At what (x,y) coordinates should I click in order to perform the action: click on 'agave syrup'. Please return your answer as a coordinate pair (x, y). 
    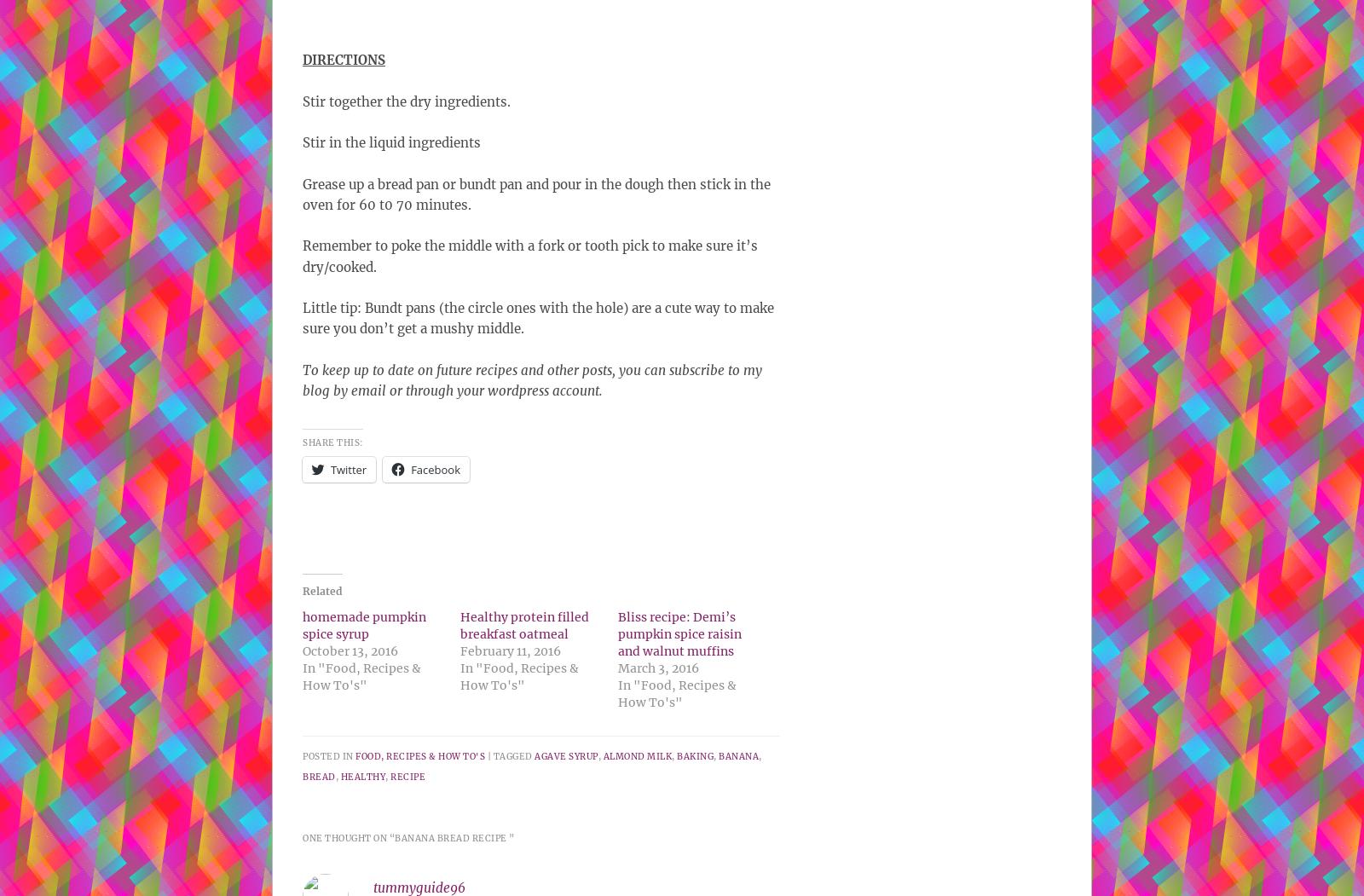
    Looking at the image, I should click on (566, 754).